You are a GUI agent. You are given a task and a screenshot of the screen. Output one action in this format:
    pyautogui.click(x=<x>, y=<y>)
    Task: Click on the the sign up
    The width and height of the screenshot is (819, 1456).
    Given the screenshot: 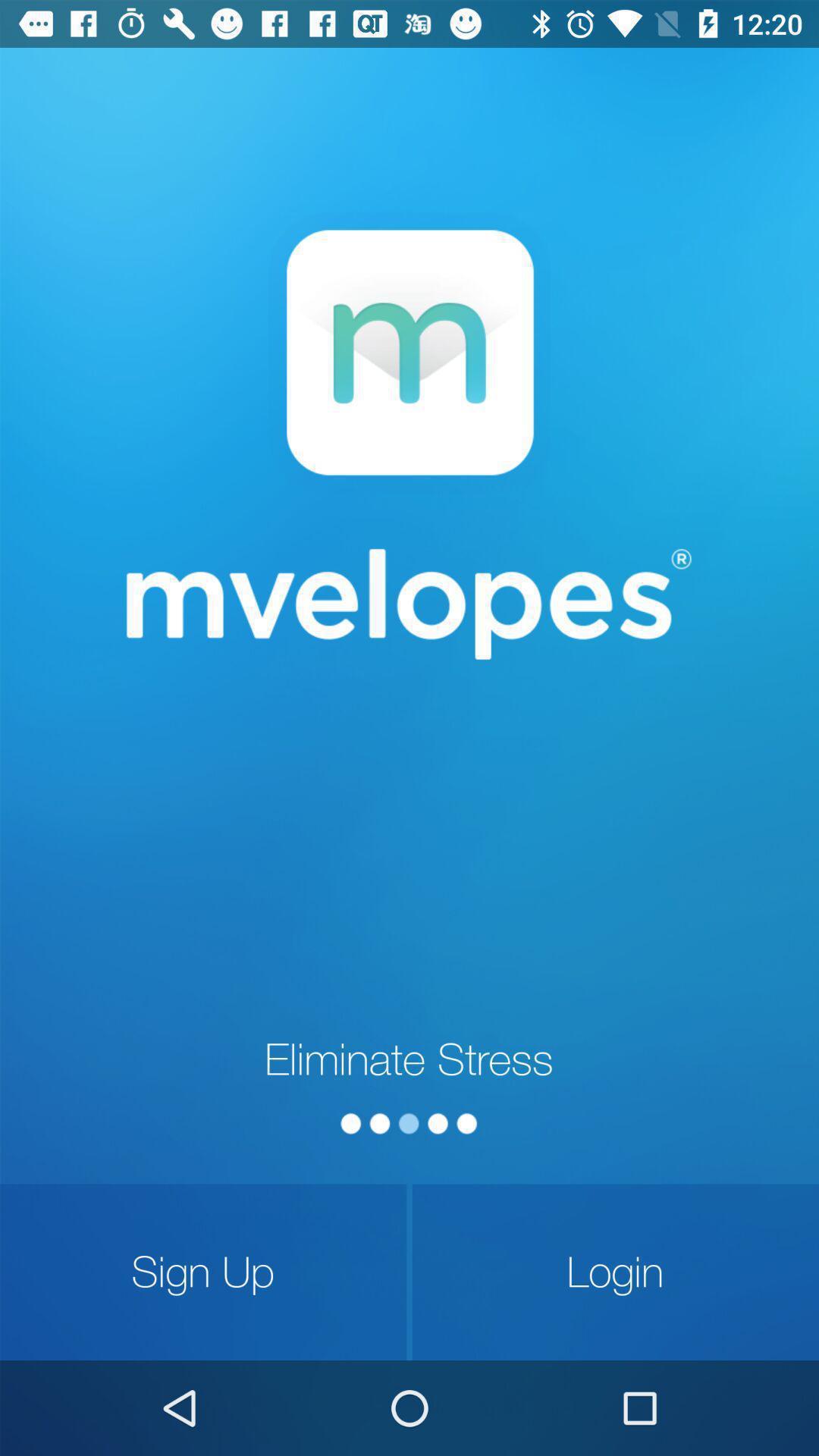 What is the action you would take?
    pyautogui.click(x=202, y=1272)
    